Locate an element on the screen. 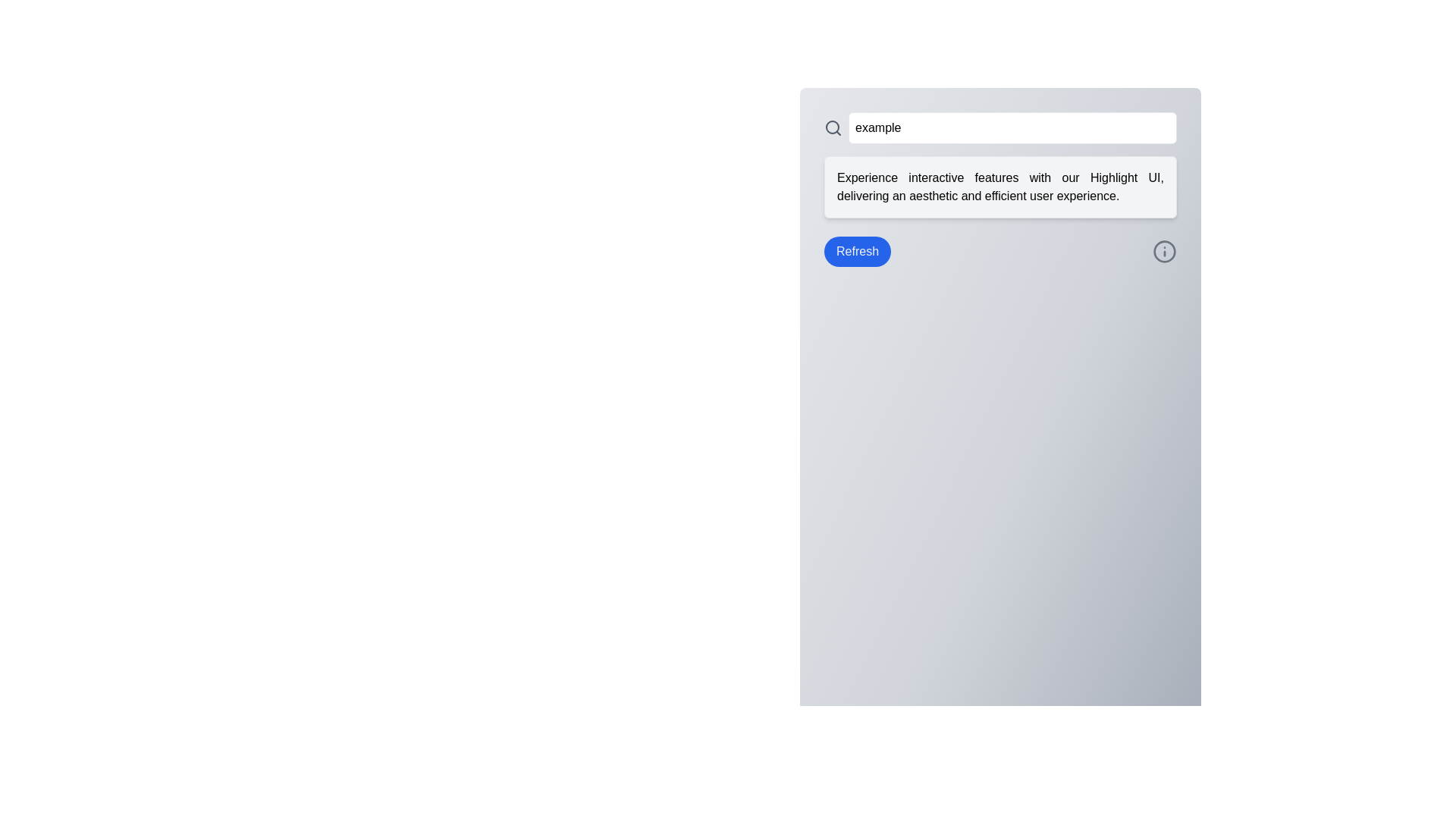 This screenshot has height=819, width=1456. block of justified text containing 'Experience interactive features with our Highlight UI, delivering an aesthetic and efficient user experience.' which is located in the center region of the interface, below the search bar and above the 'Refresh' button is located at coordinates (1000, 186).